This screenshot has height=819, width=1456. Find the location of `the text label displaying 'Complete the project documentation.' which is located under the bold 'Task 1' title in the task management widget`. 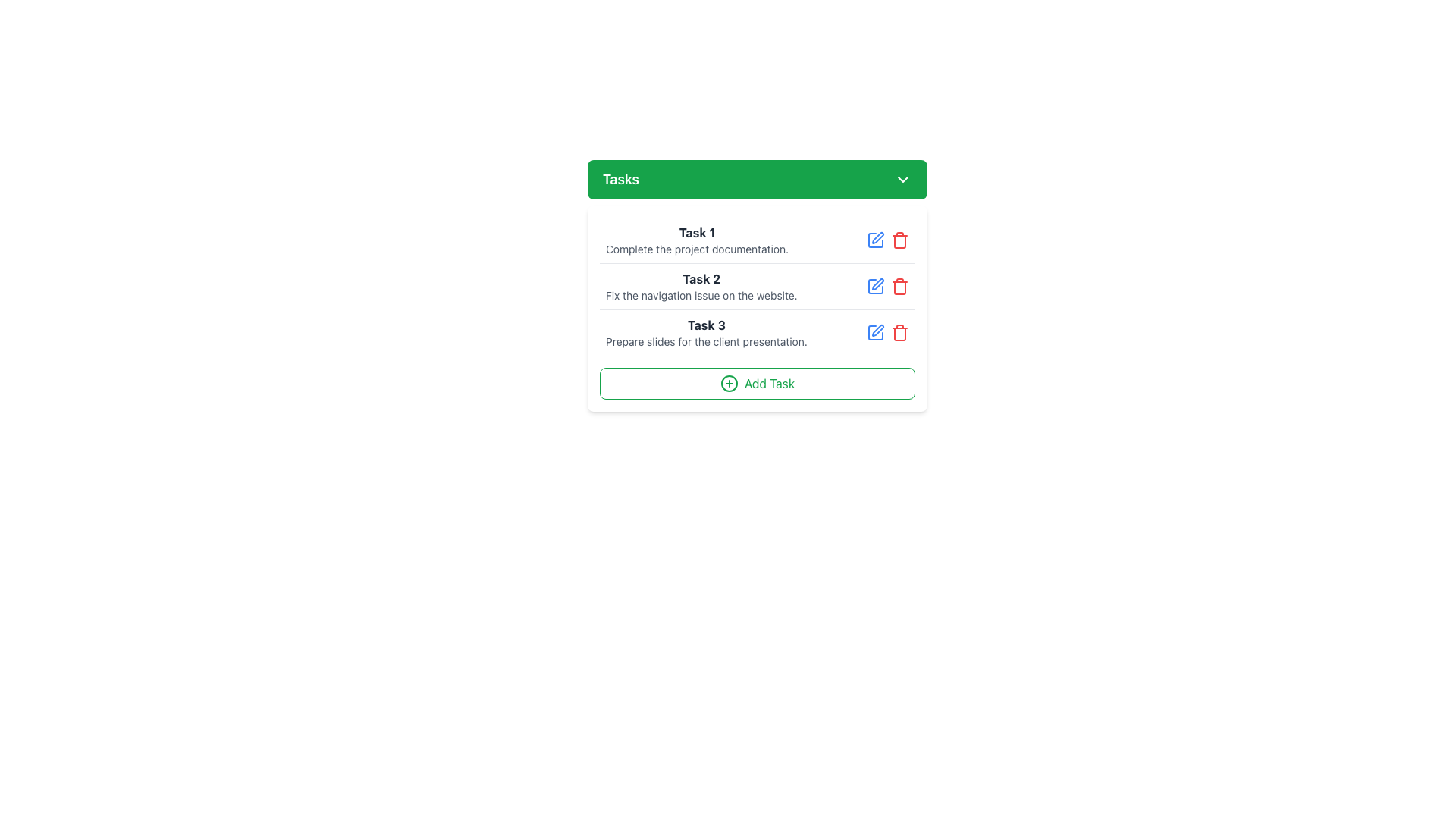

the text label displaying 'Complete the project documentation.' which is located under the bold 'Task 1' title in the task management widget is located at coordinates (696, 248).